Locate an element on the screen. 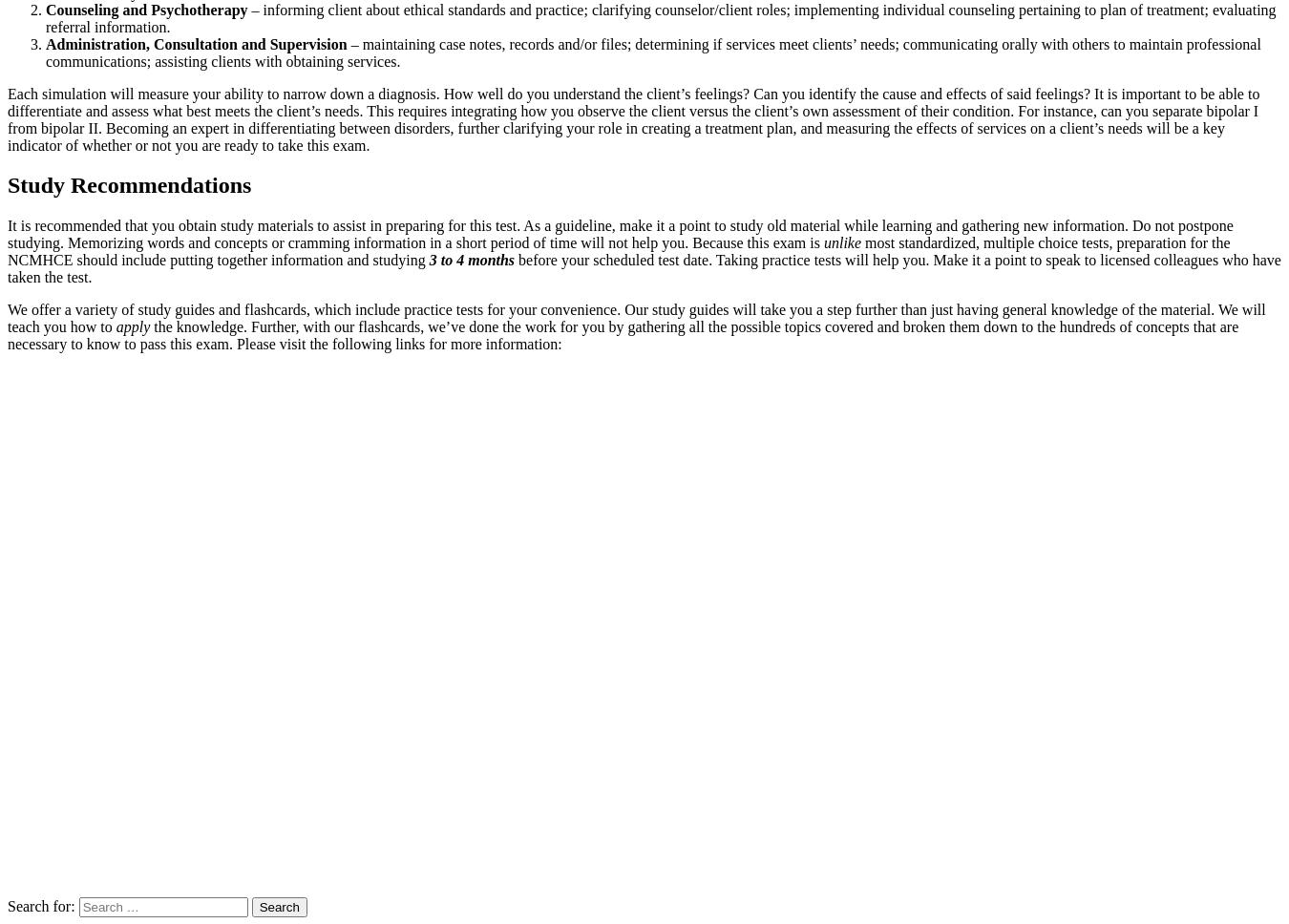 The width and height of the screenshot is (1289, 924). 'Administration, Consultation and Supervision' is located at coordinates (196, 42).